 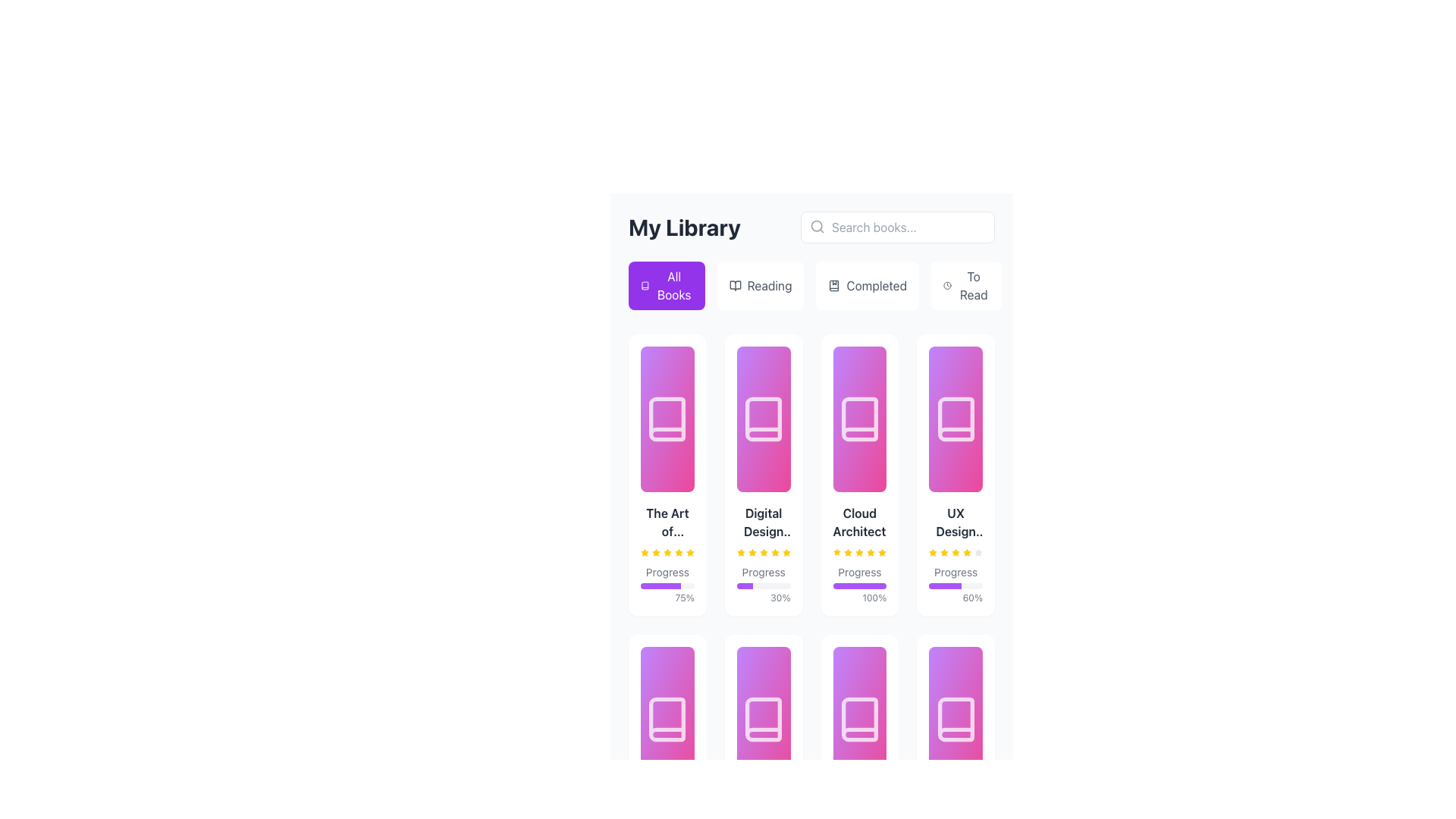 What do you see at coordinates (752, 553) in the screenshot?
I see `the second star icon in the rating display for the book 'Digital Design', which represents the second rating level in a five-star system` at bounding box center [752, 553].